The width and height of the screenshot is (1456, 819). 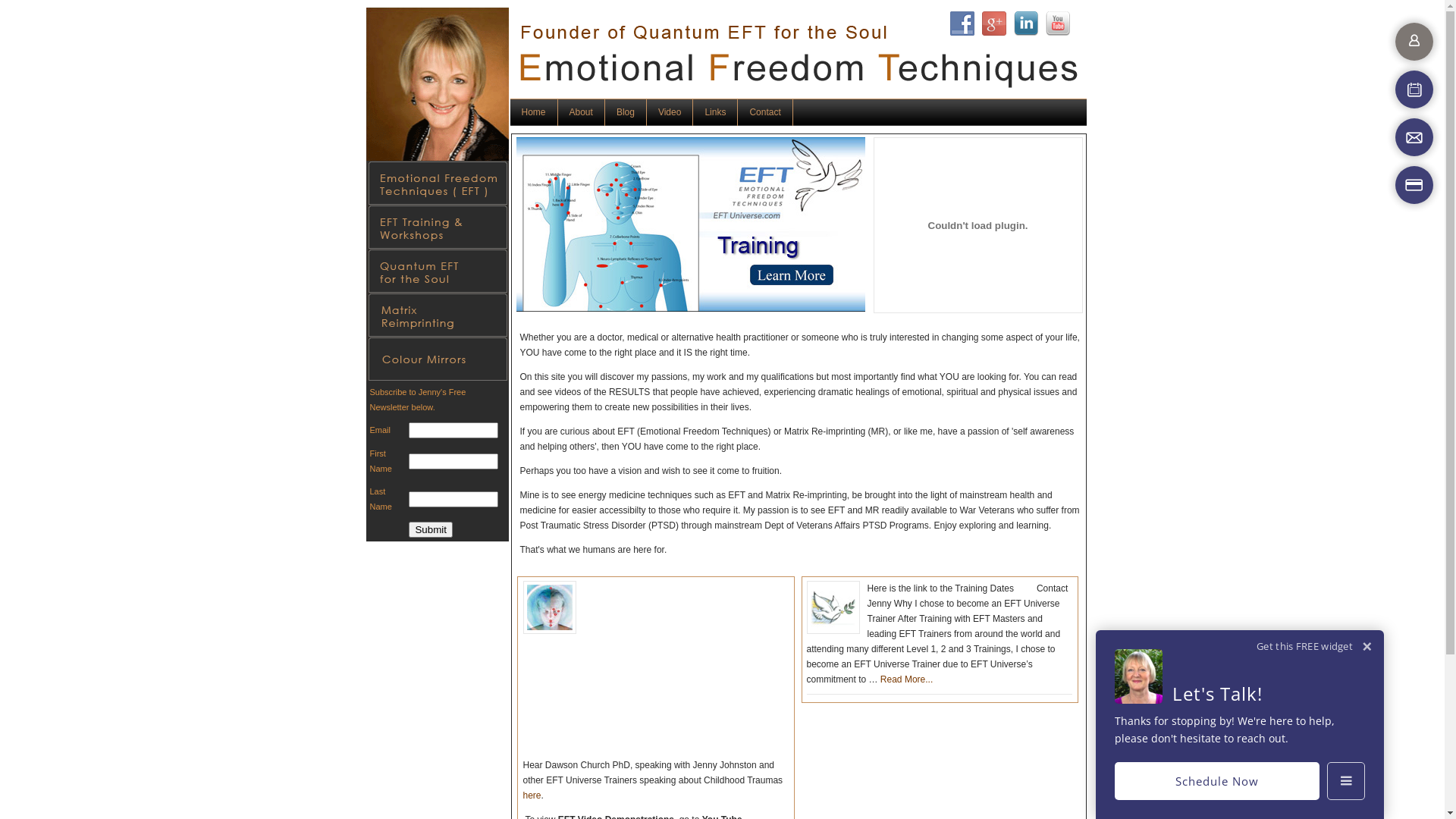 I want to click on 'Get this FREE widget', so click(x=1304, y=646).